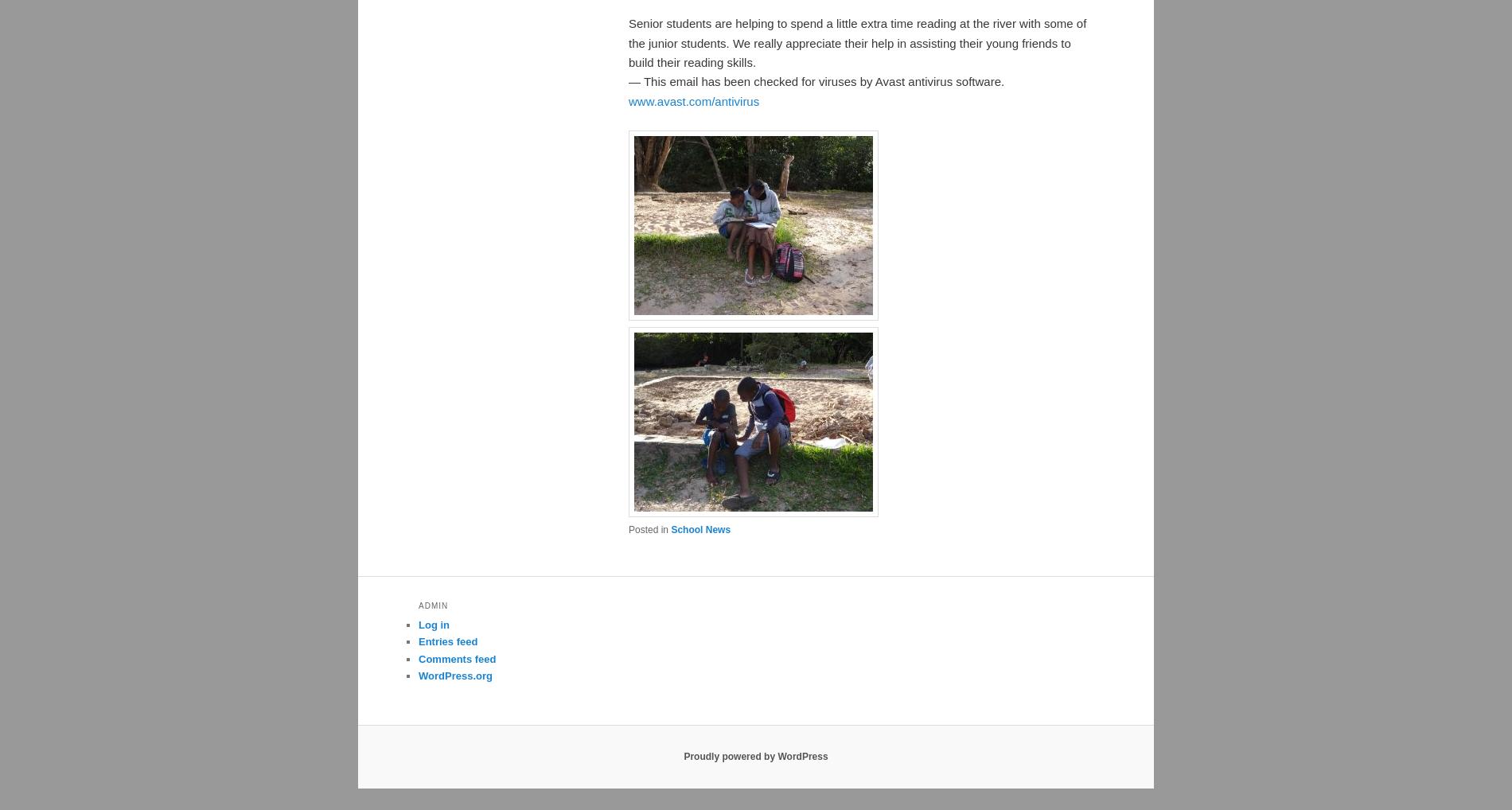 This screenshot has width=1512, height=810. Describe the element at coordinates (457, 657) in the screenshot. I see `'Comments feed'` at that location.